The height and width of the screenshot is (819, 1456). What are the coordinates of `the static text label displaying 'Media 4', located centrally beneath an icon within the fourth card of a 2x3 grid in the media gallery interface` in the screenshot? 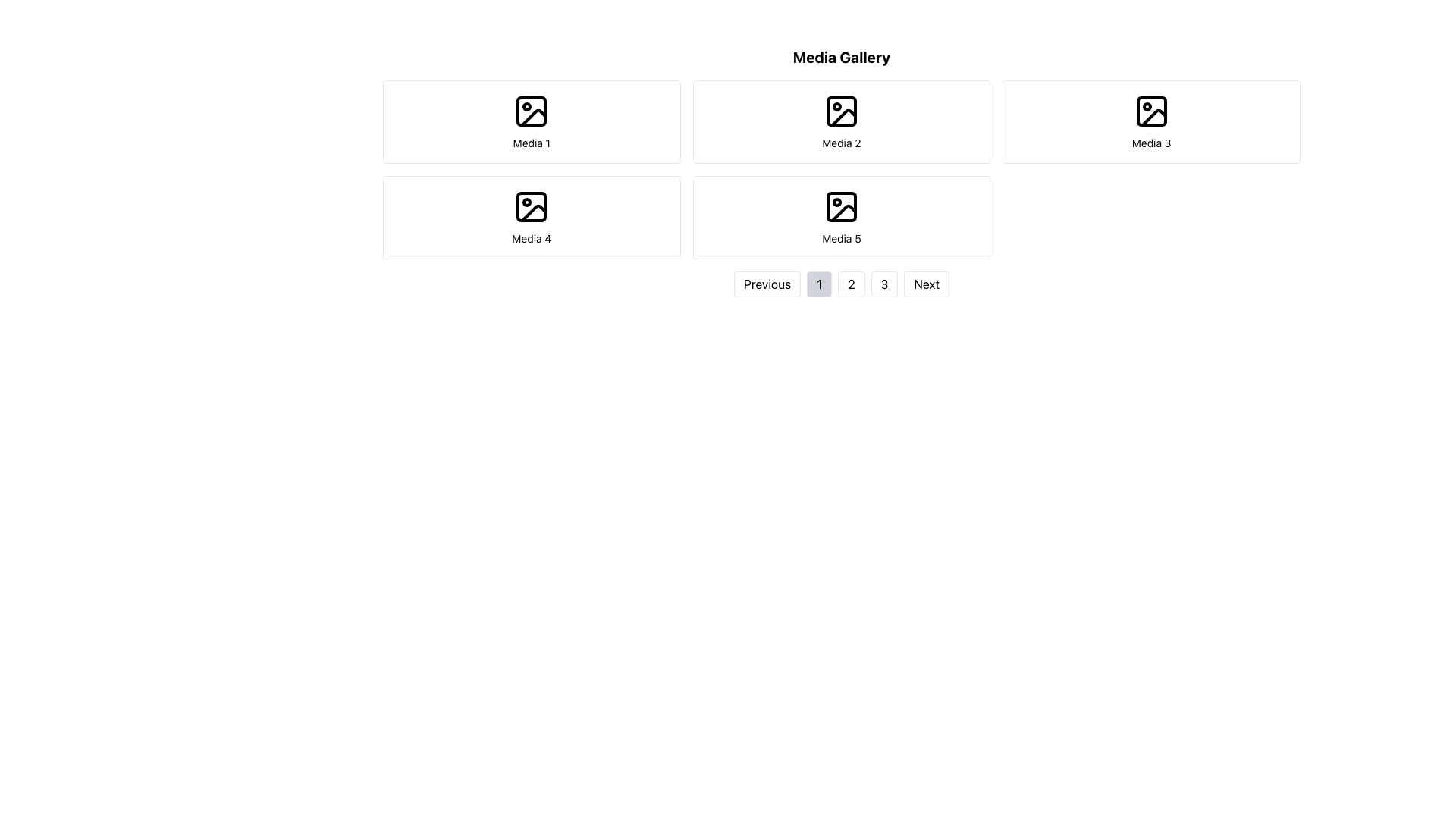 It's located at (532, 239).